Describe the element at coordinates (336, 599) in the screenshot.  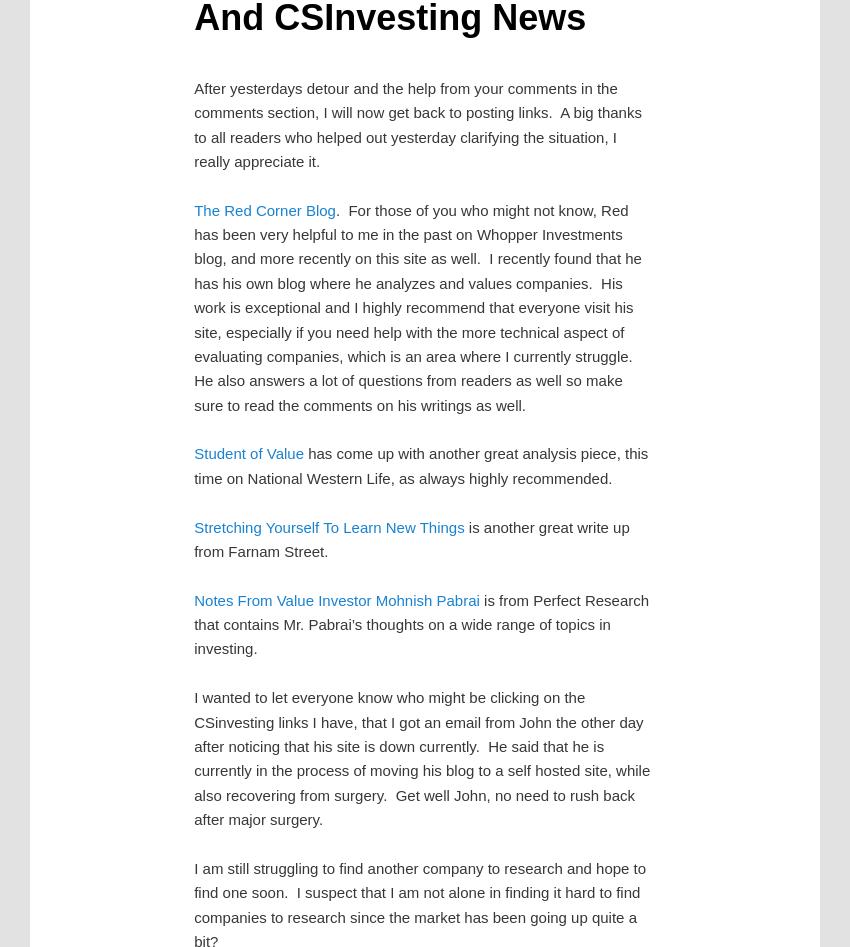
I see `'Notes From Value Investor Mohnish Pabrai'` at that location.